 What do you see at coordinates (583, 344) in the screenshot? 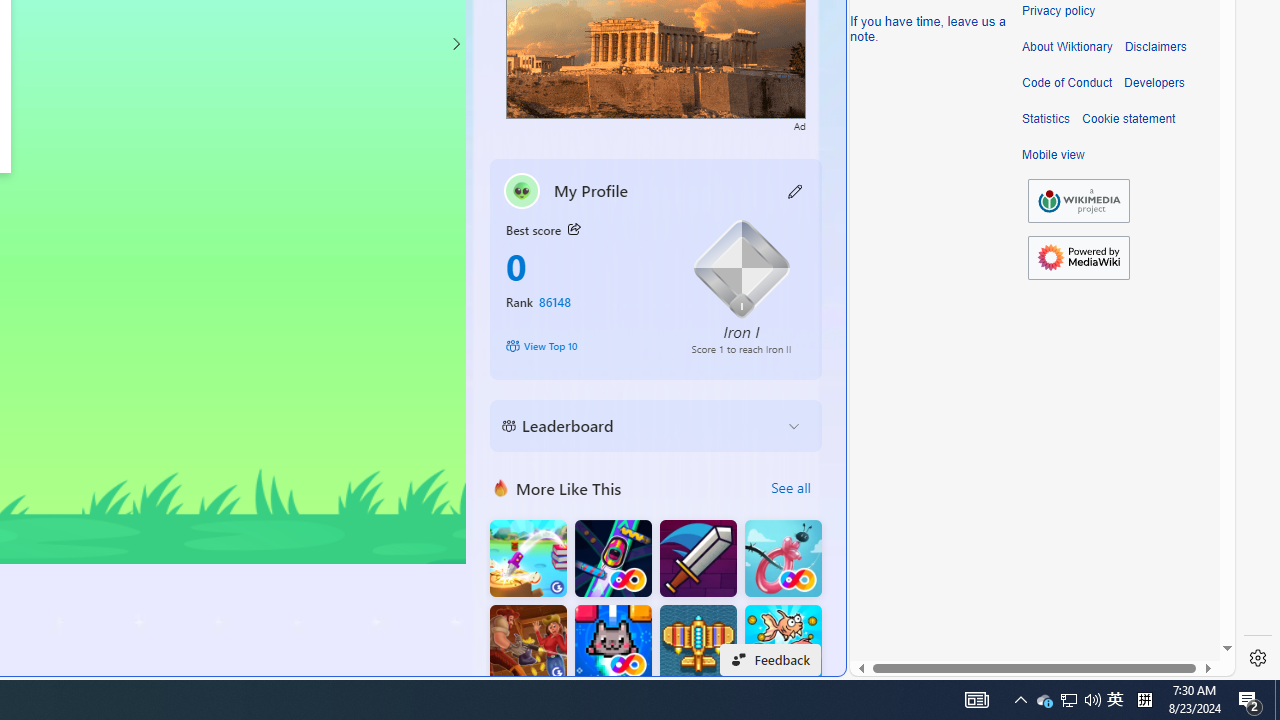
I see `'View Top 10'` at bounding box center [583, 344].